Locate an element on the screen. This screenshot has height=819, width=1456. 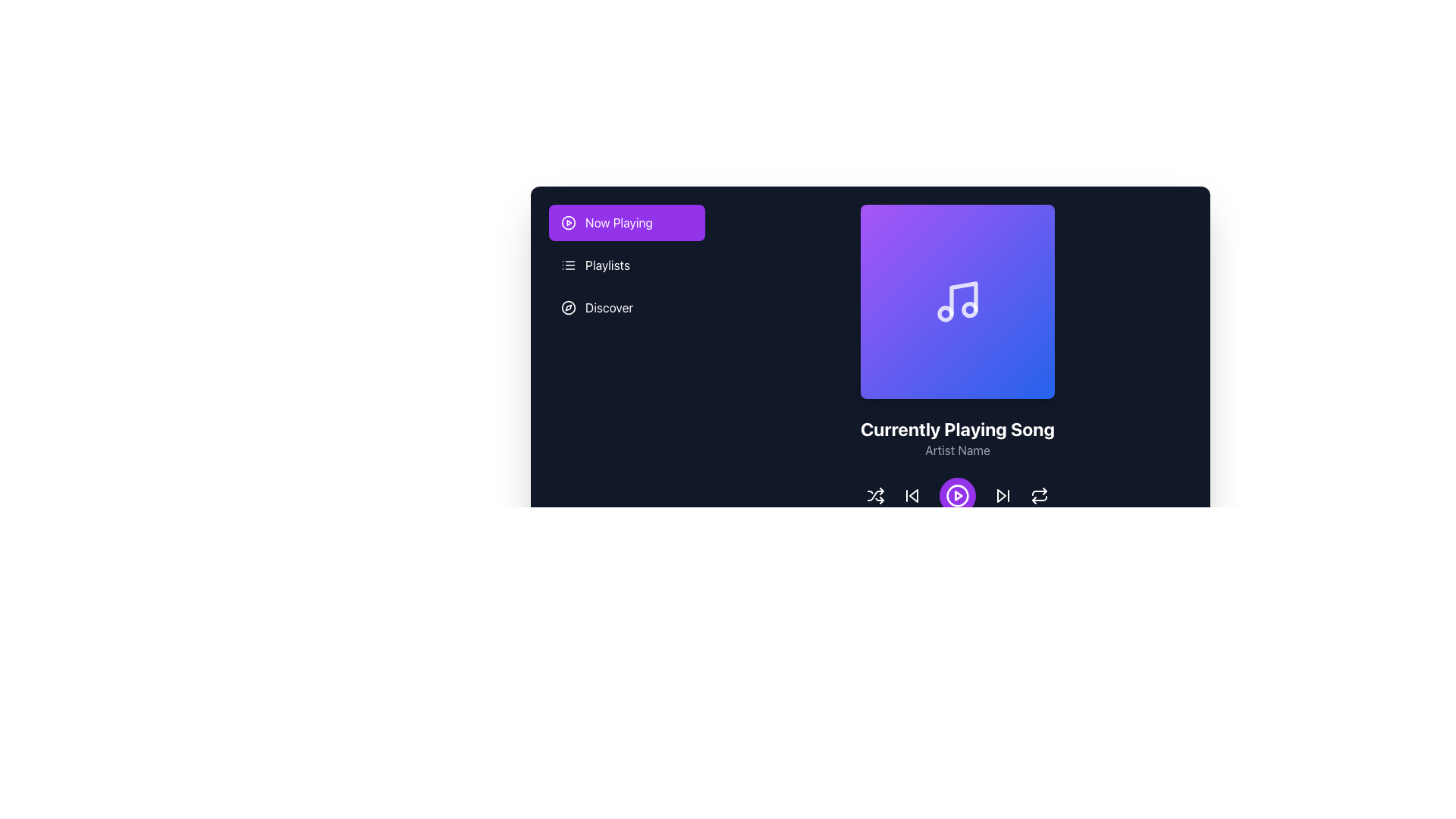
the 'Playlists' button, which is the second item in a vertical list is located at coordinates (626, 265).